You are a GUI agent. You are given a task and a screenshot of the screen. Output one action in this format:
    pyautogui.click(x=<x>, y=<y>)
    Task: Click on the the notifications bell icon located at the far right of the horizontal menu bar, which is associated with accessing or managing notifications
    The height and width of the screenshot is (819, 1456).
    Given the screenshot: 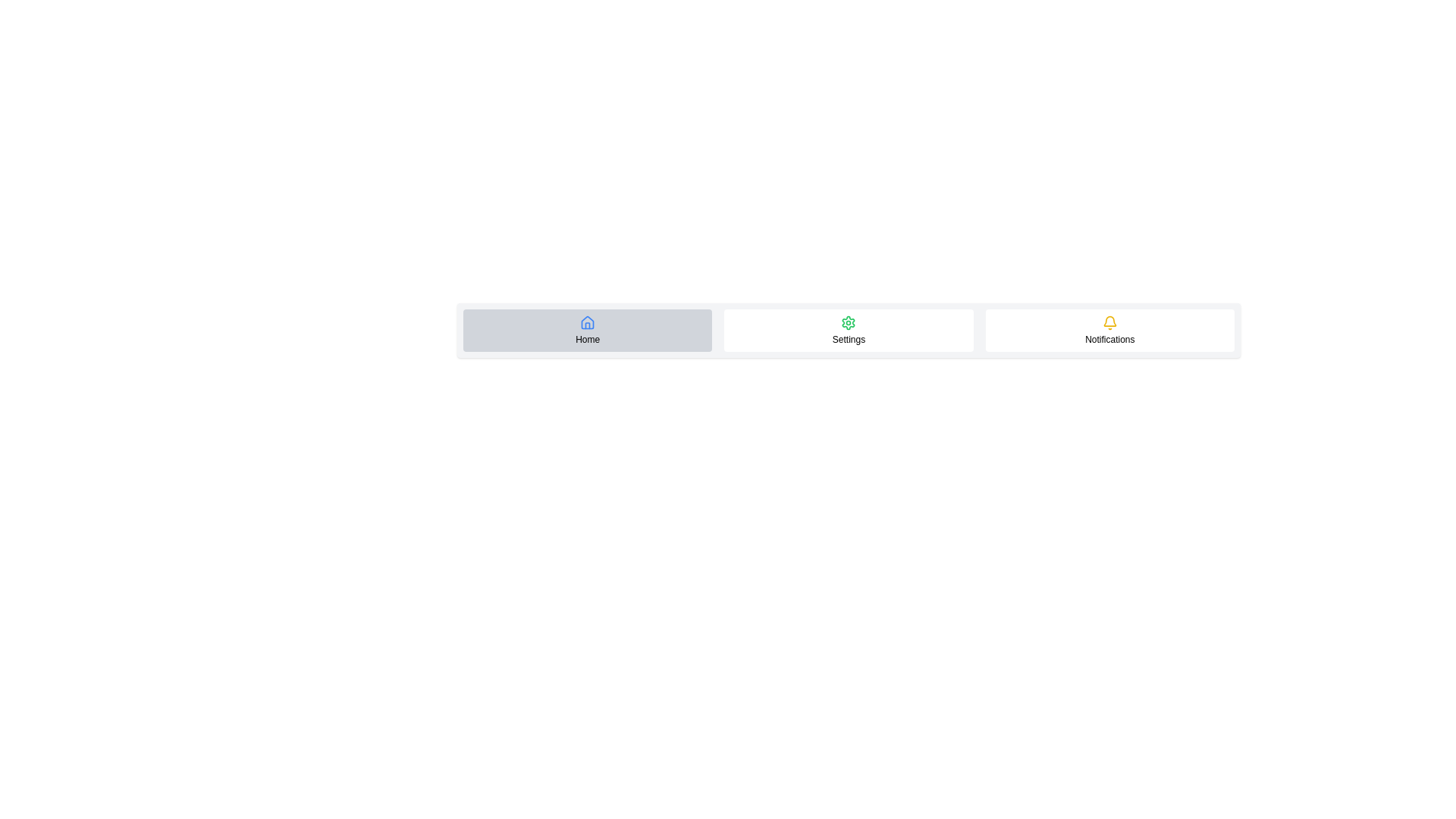 What is the action you would take?
    pyautogui.click(x=1109, y=322)
    